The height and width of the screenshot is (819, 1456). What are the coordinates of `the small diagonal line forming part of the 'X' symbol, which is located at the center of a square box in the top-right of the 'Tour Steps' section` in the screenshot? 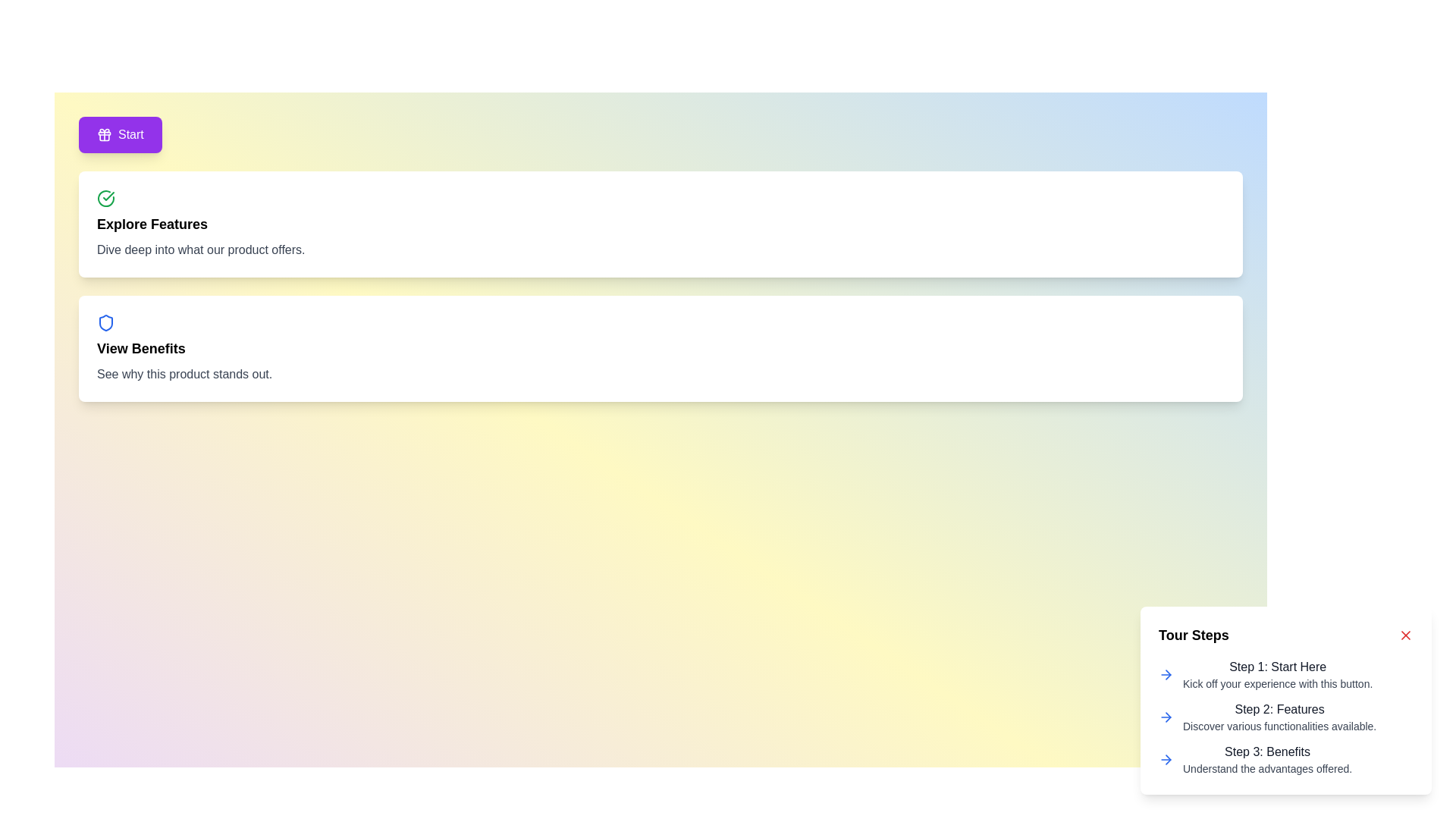 It's located at (1404, 635).